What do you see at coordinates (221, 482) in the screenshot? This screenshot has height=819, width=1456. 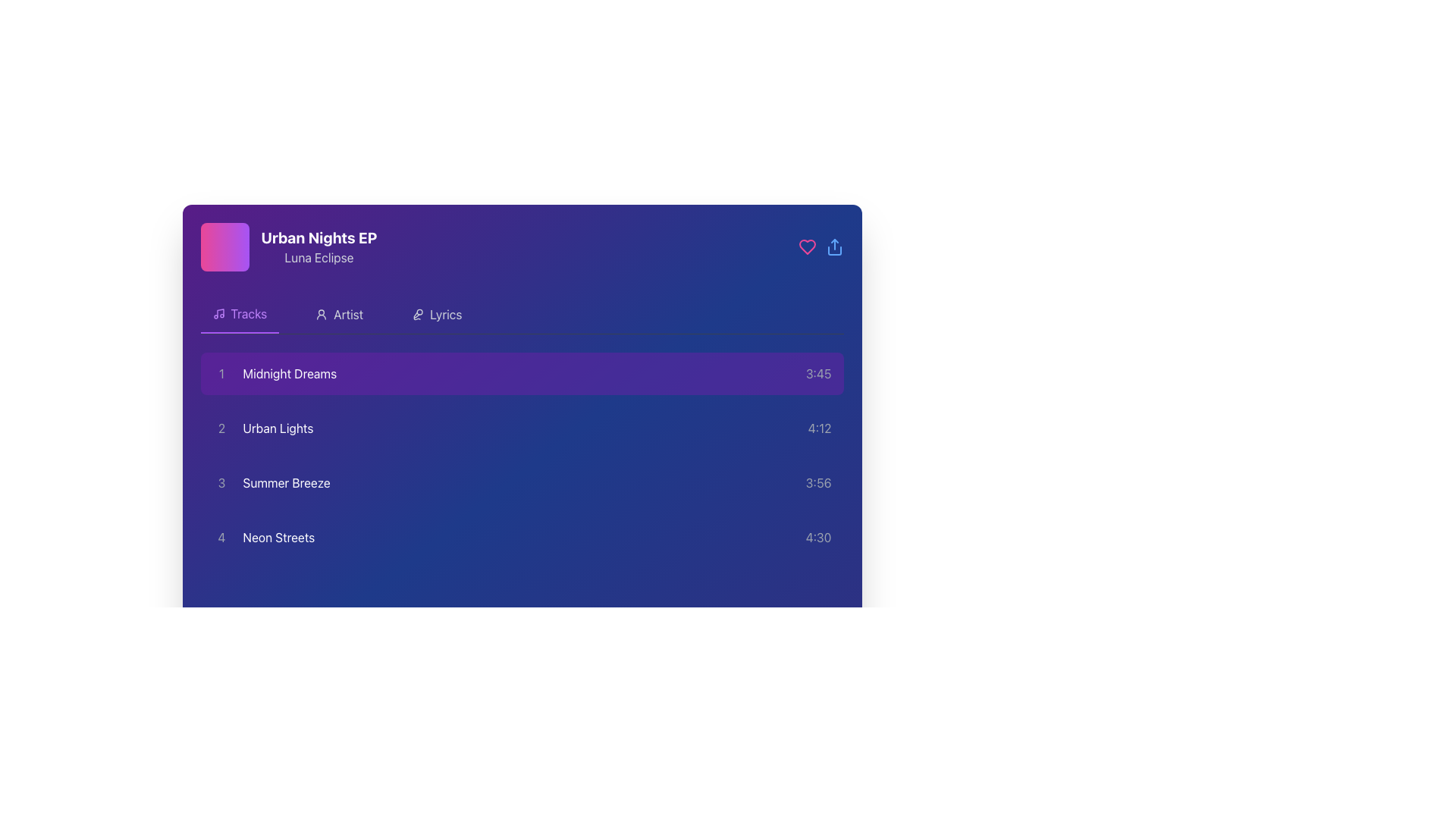 I see `displayed numeral '3' which indicates the index number for the track 'Summer Breeze' in the music list` at bounding box center [221, 482].